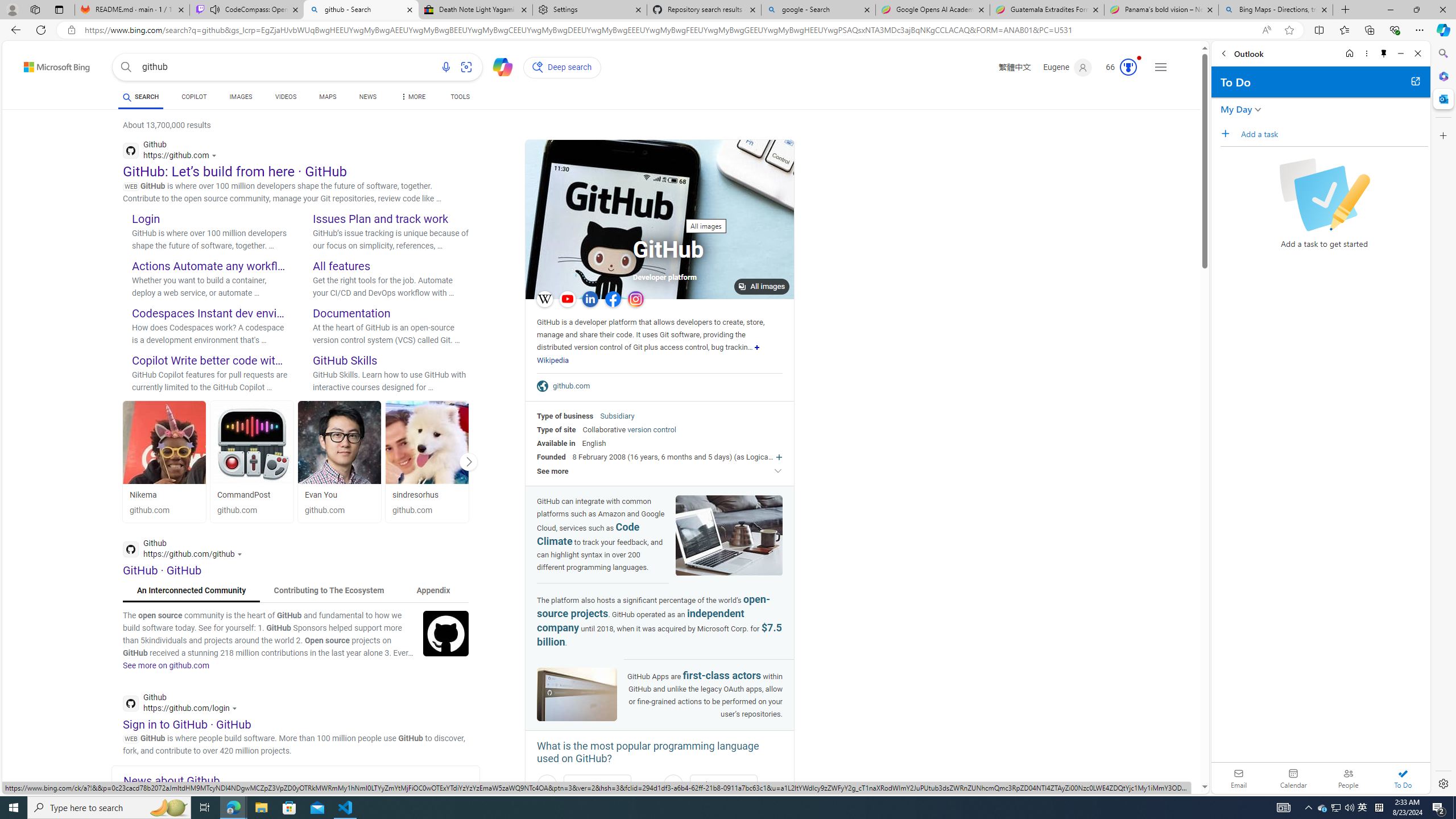  I want to click on 'AutomationID: rh_meter', so click(1128, 67).